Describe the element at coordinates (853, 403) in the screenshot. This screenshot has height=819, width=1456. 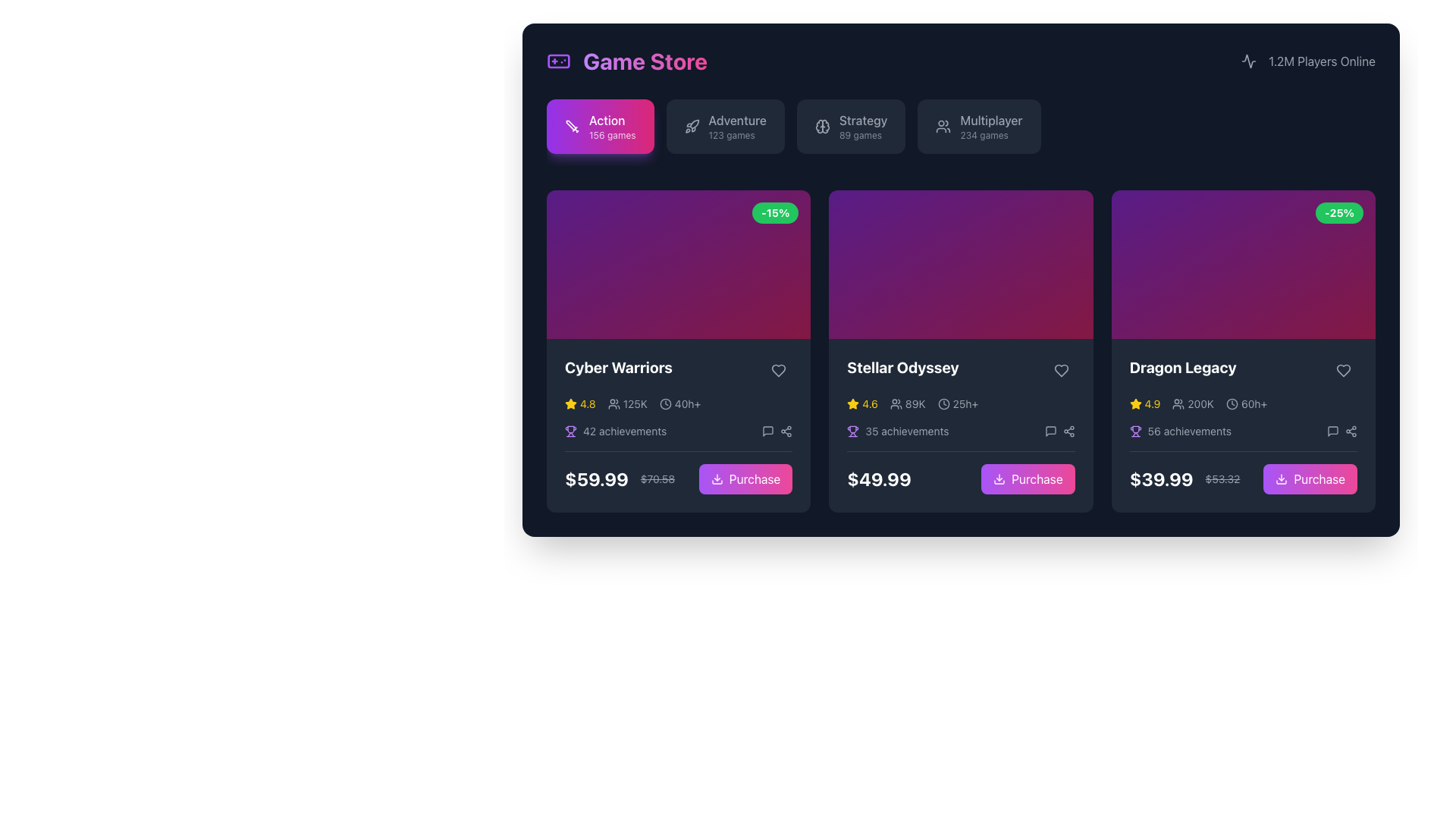
I see `the star icon indicating the rating of the game 'Stellar Odyssey' located in the second card from the left in a row of three cards` at that location.